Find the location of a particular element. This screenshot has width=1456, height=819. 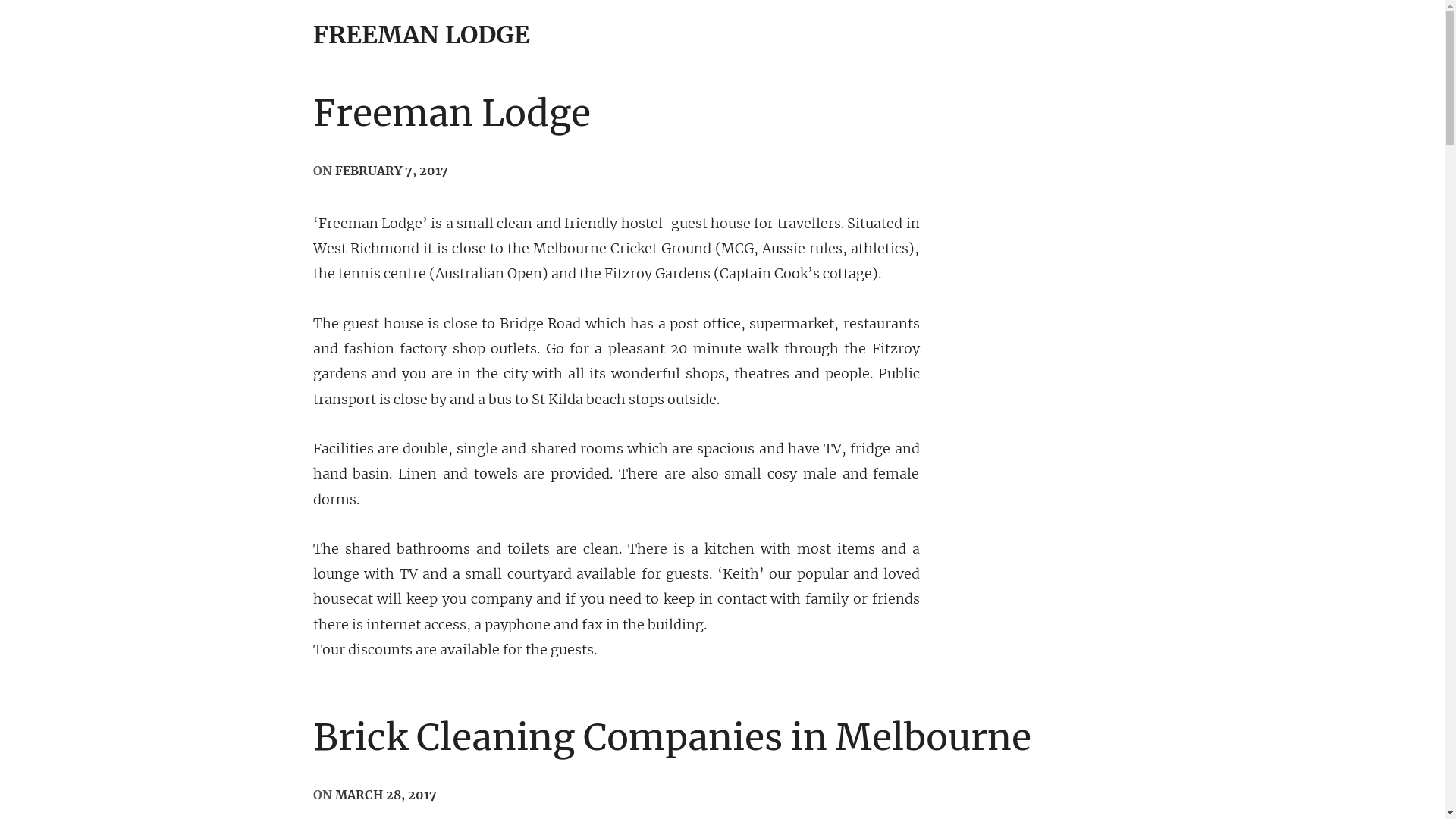

'FREEMAN LODGE' is located at coordinates (421, 34).